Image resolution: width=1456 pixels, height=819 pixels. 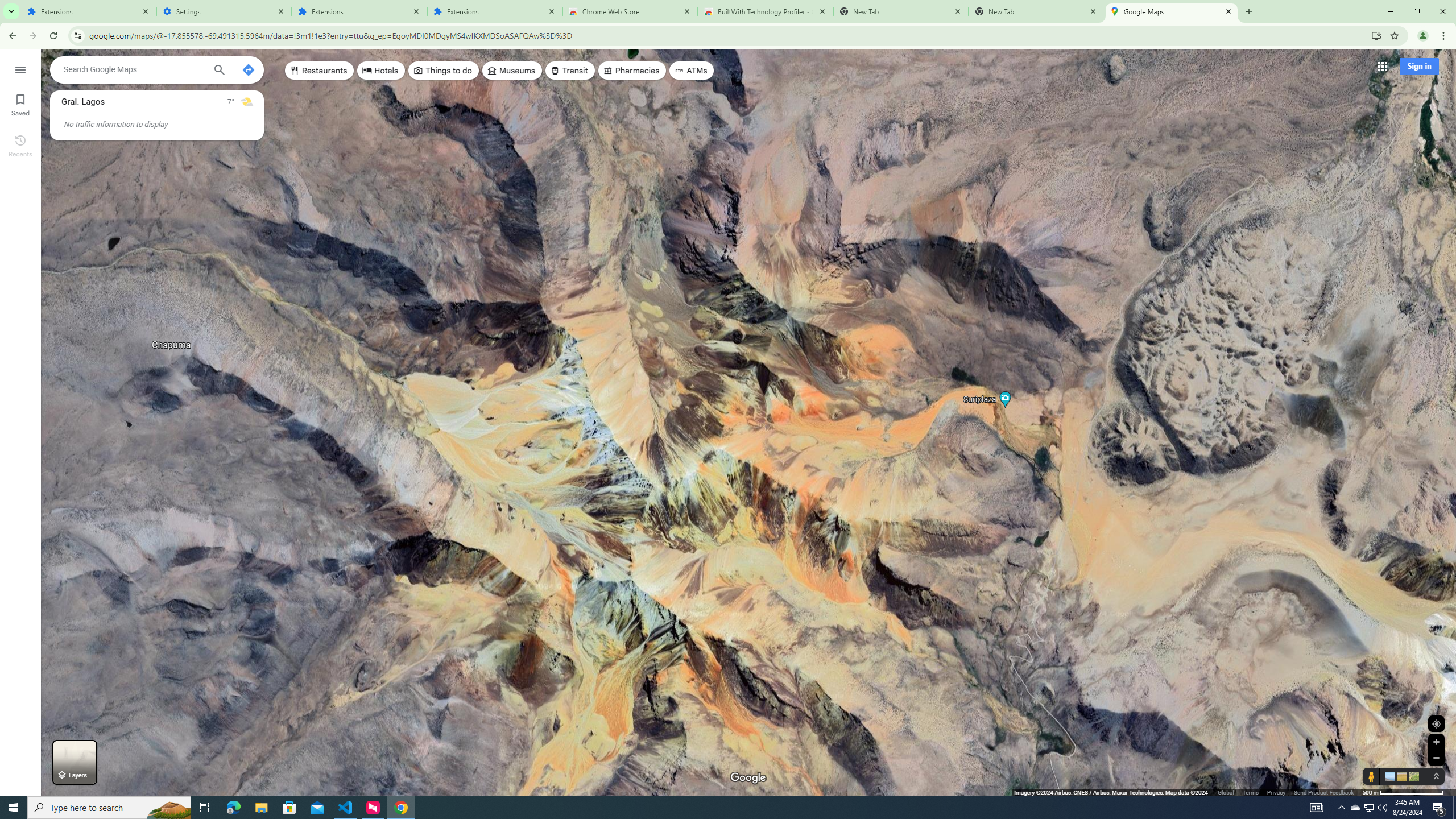 I want to click on 'Show Your Location', so click(x=1436, y=723).